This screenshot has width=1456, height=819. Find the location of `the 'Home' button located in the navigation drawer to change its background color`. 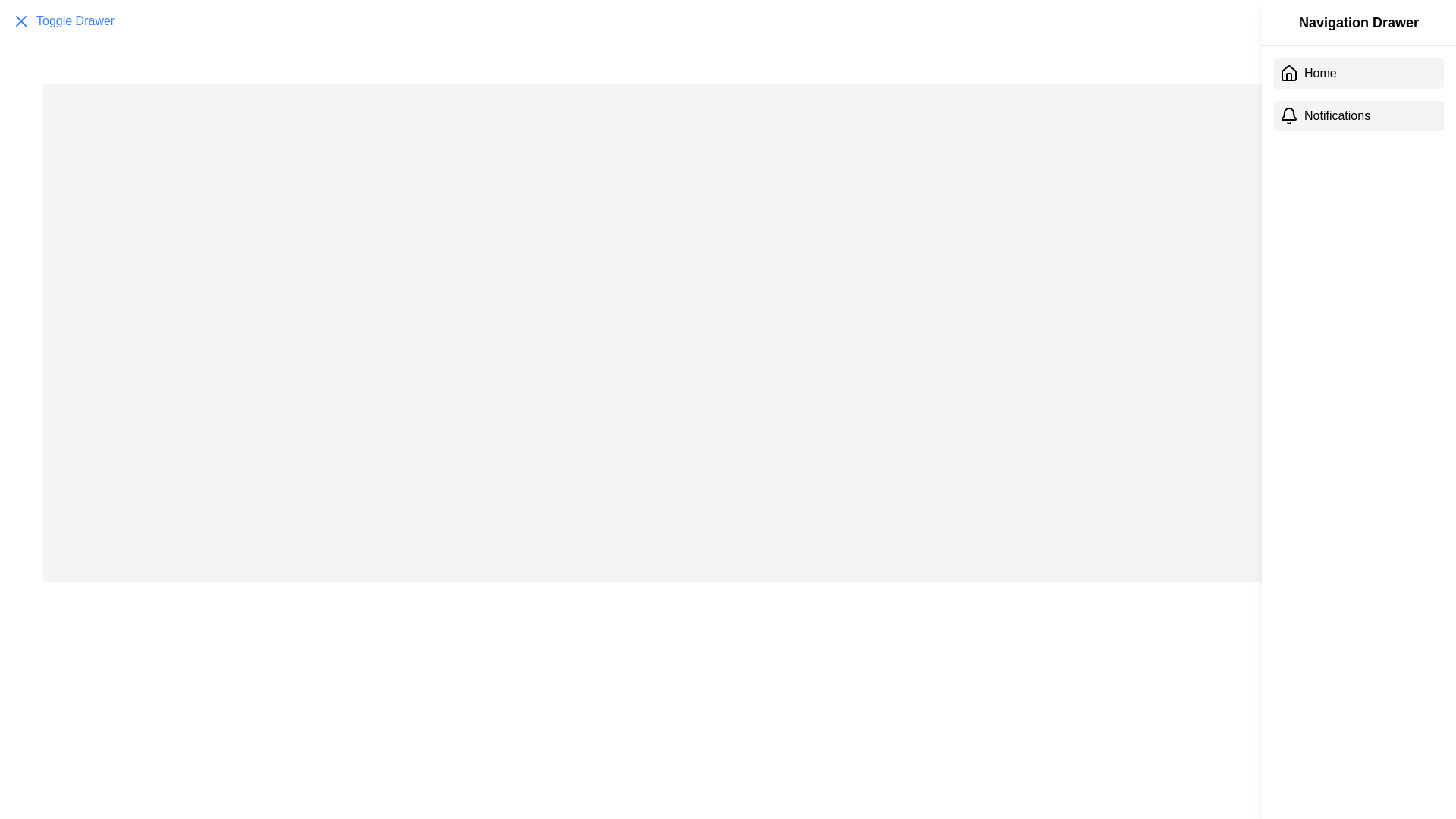

the 'Home' button located in the navigation drawer to change its background color is located at coordinates (1358, 73).